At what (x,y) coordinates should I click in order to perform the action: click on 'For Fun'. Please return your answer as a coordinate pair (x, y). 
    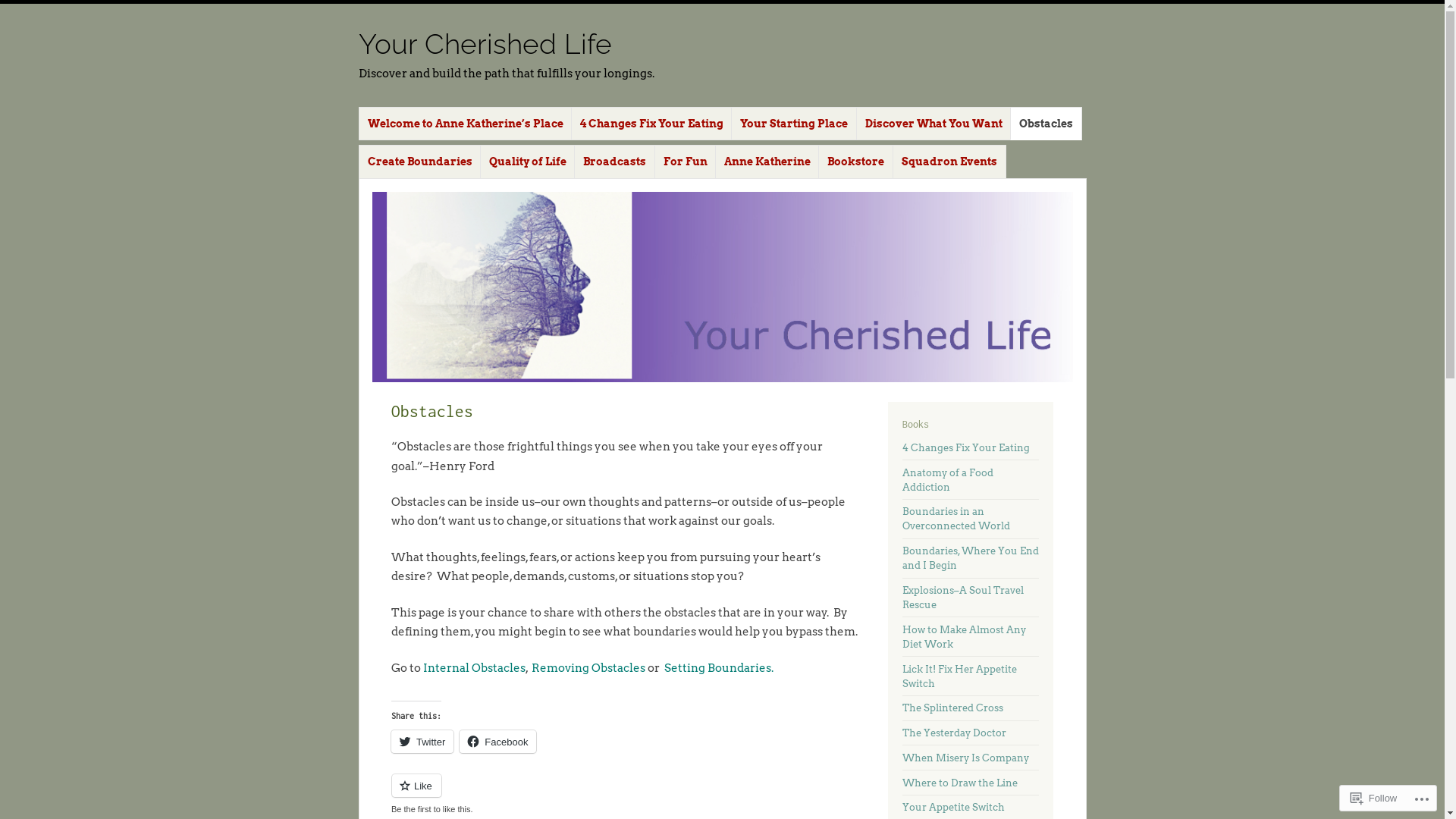
    Looking at the image, I should click on (654, 162).